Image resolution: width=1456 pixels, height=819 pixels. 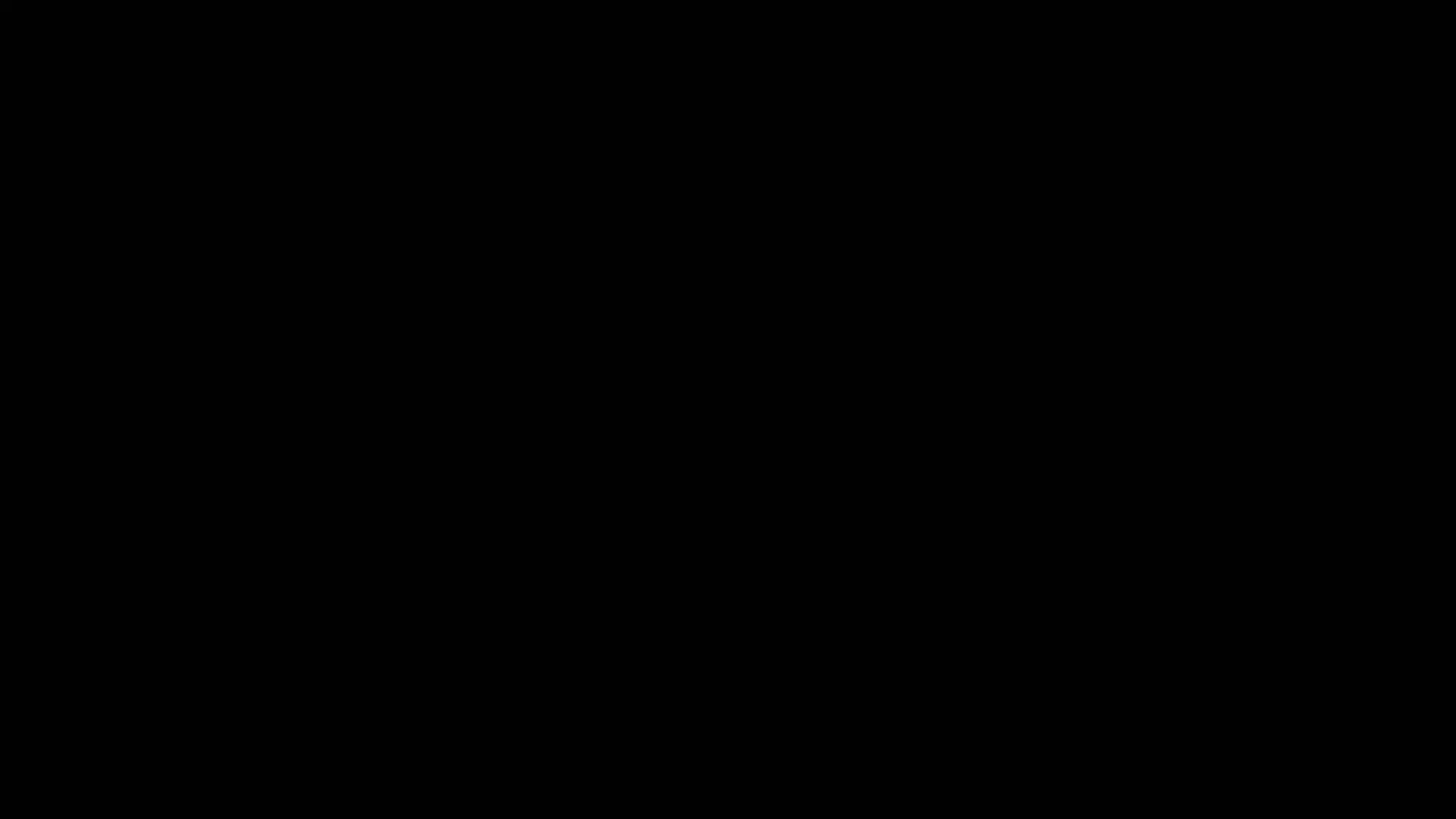 I want to click on unmute, so click(x=1321, y=776).